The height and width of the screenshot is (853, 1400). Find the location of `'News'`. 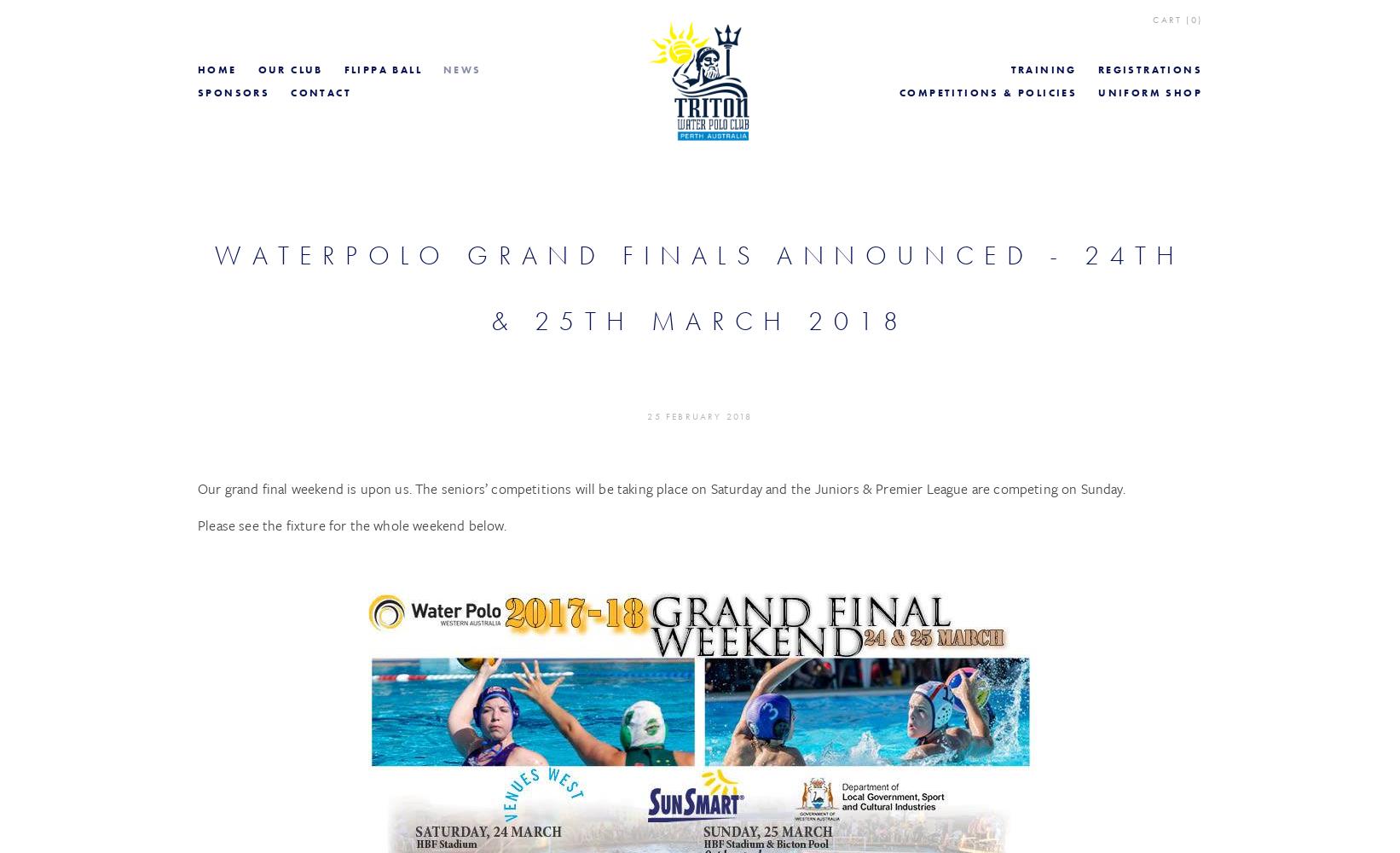

'News' is located at coordinates (462, 69).